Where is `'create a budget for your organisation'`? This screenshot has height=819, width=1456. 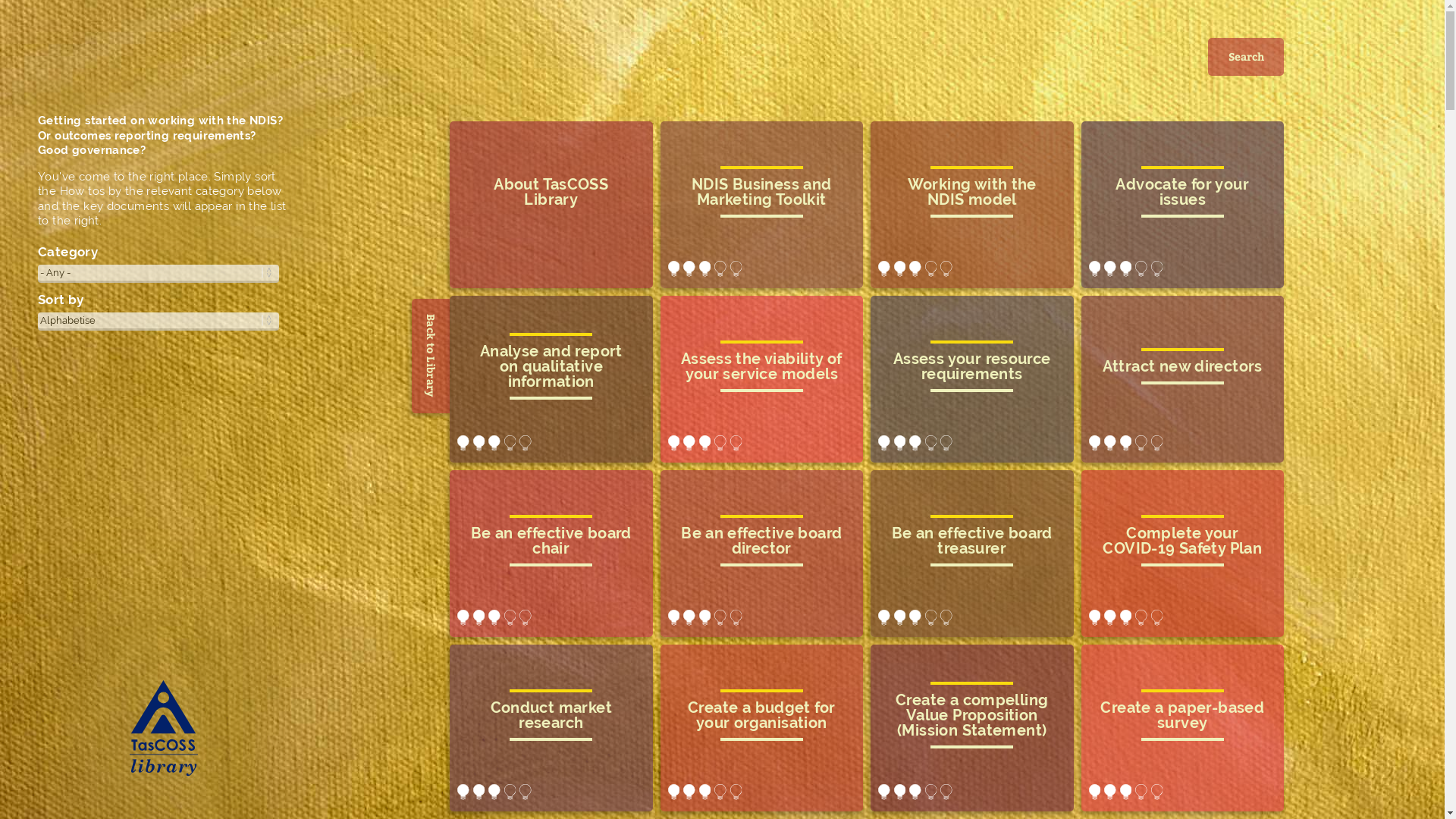
'create a budget for your organisation' is located at coordinates (761, 727).